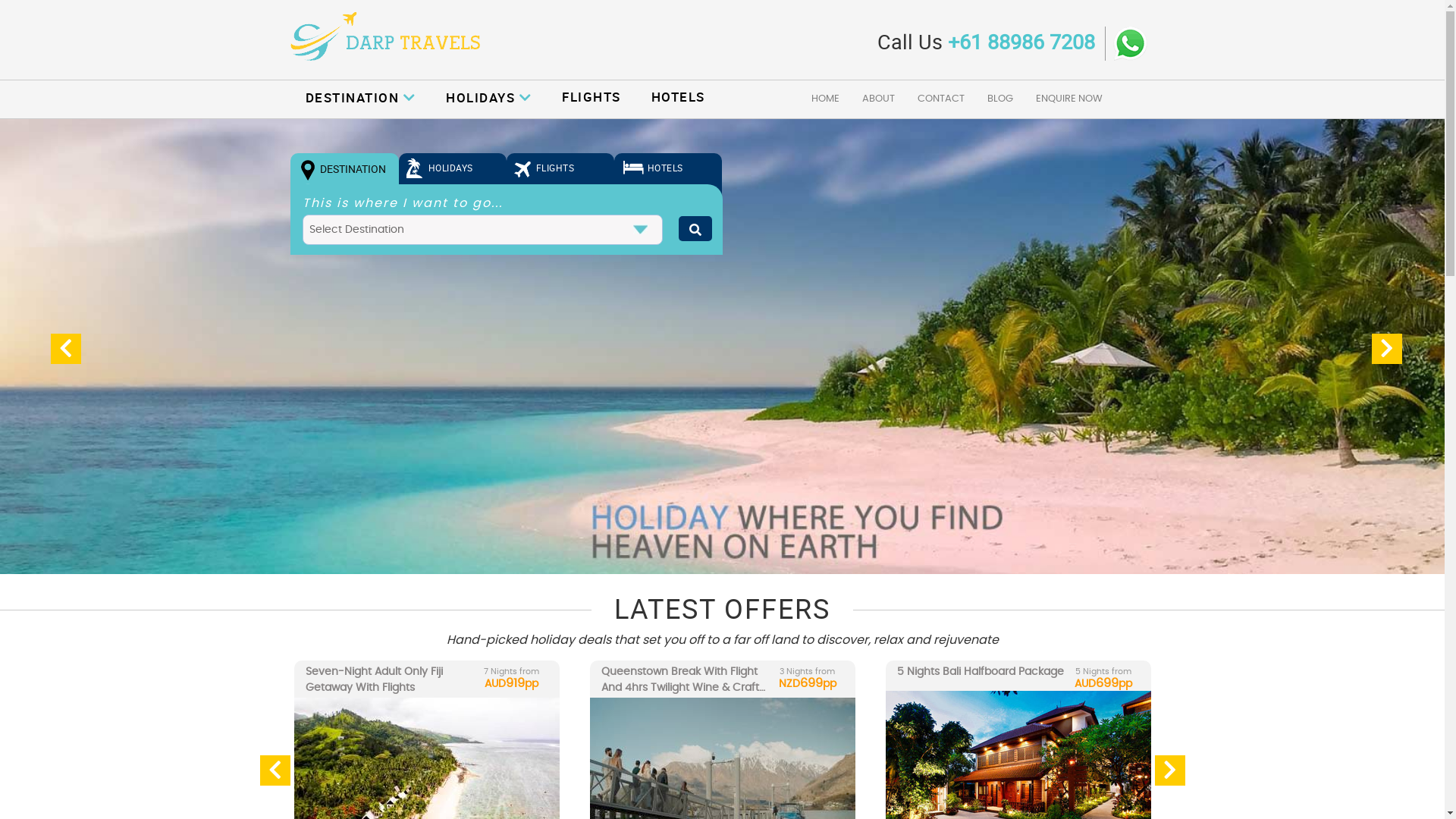 The width and height of the screenshot is (1456, 819). I want to click on 'HOLIDAYS', so click(488, 97).